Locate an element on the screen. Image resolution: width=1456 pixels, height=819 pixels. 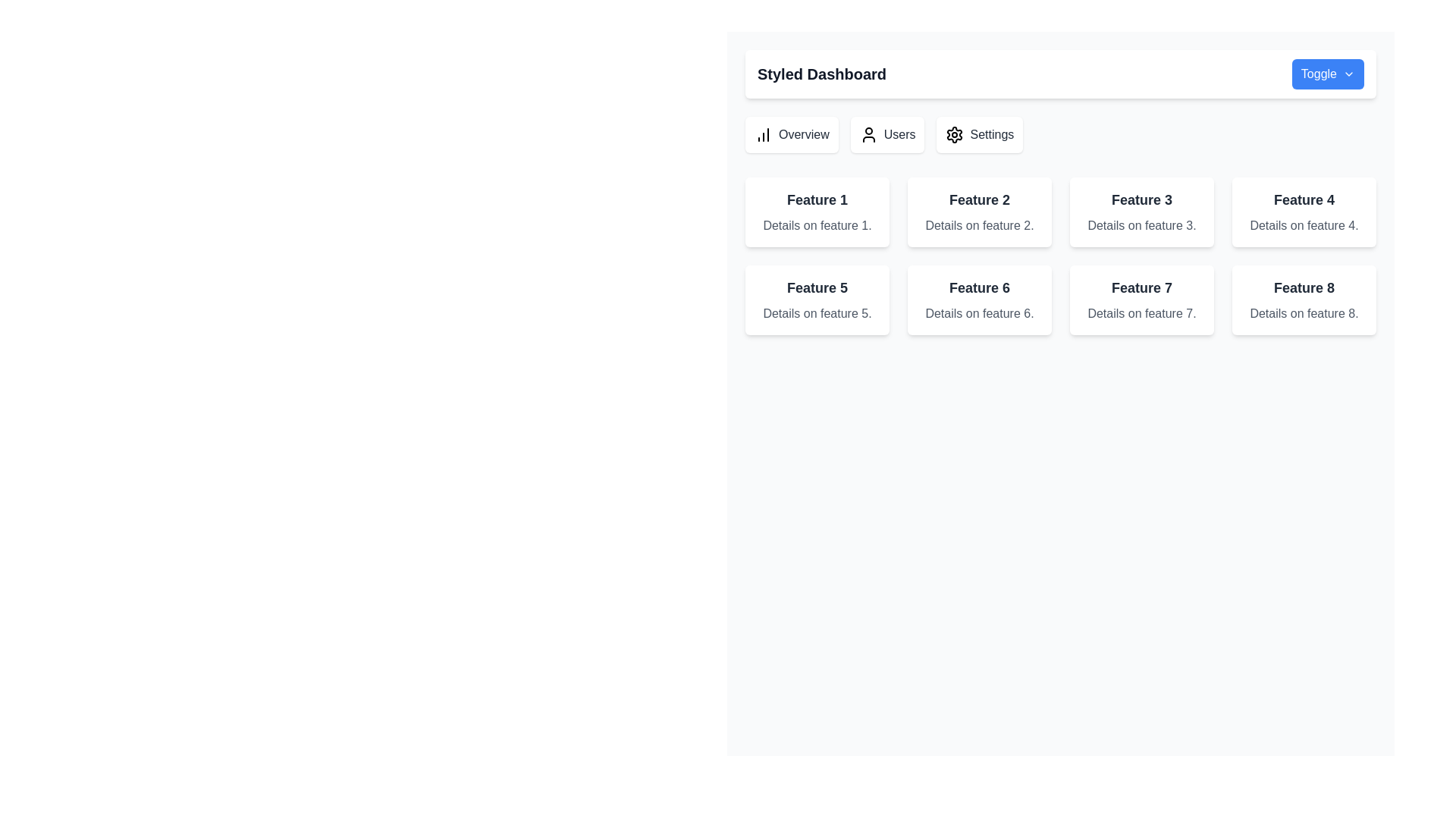
the Text Label displaying 'Details on feature 8.' located under the title 'Feature 8' in the eighth card is located at coordinates (1303, 312).